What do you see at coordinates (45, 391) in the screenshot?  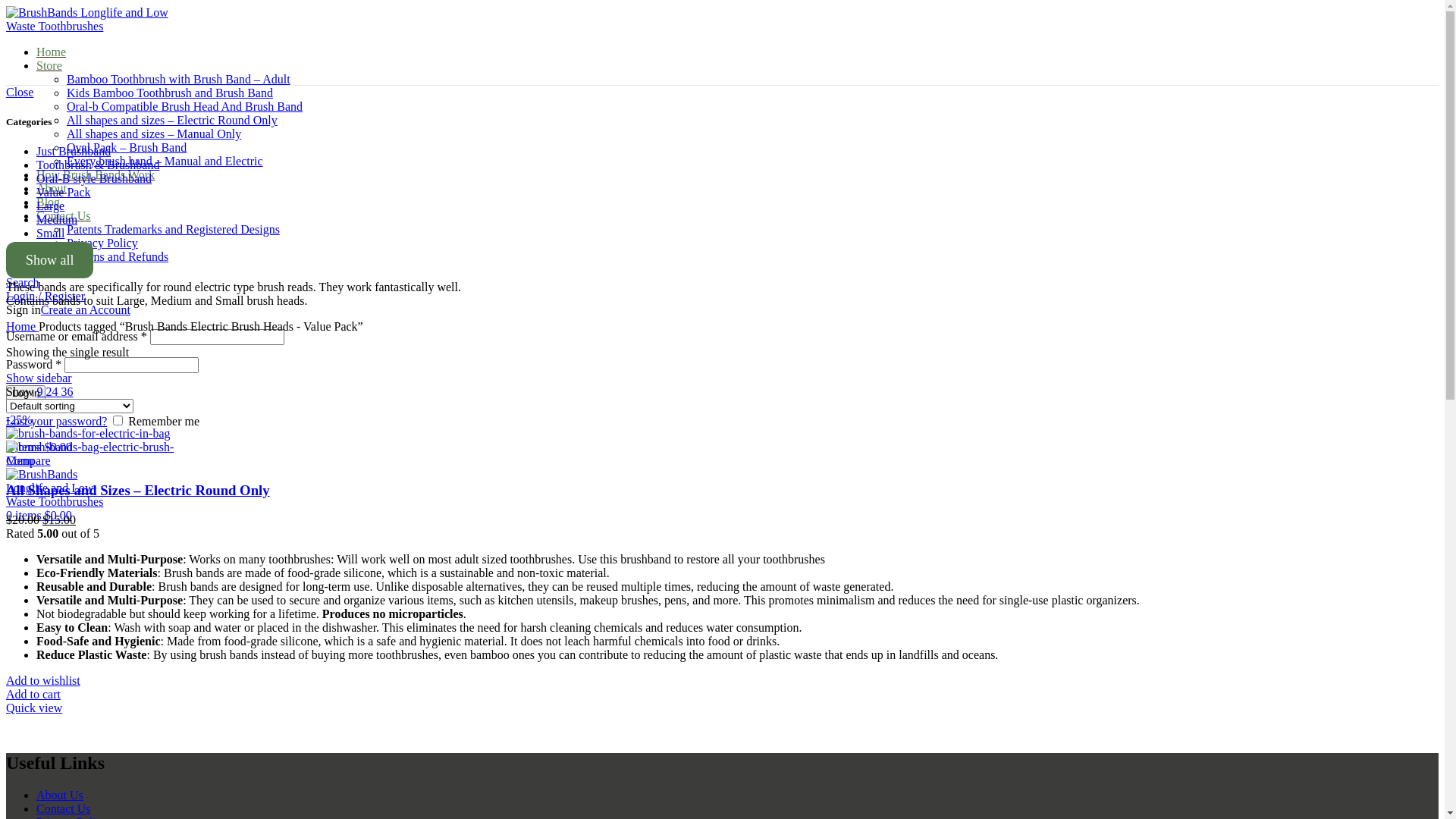 I see `'24'` at bounding box center [45, 391].